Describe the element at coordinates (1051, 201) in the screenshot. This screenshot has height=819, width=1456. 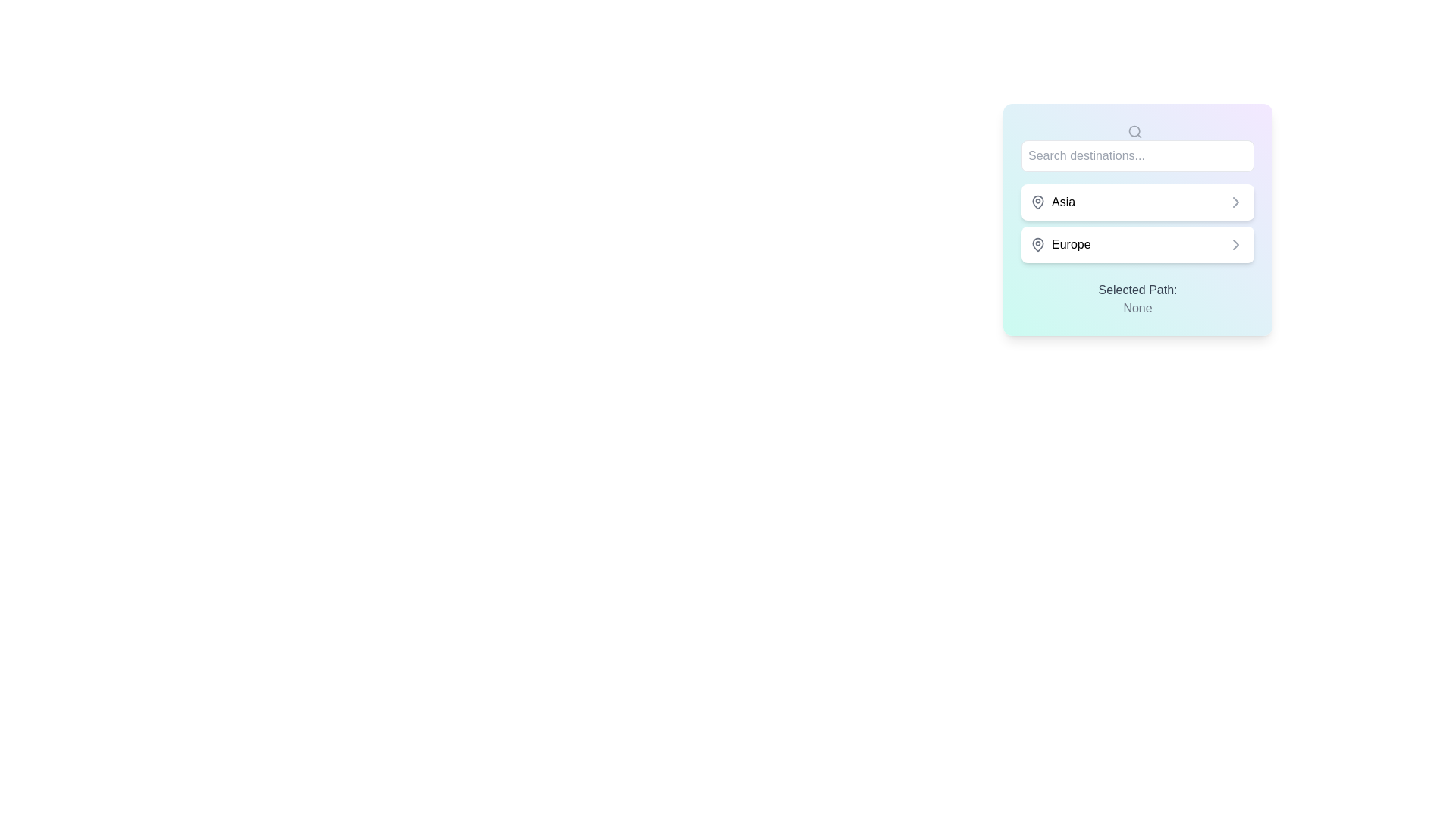
I see `the 'Asia' text label located in the second row of the vertical list of selectable options, adjacent to the gray pin-shaped icon` at that location.